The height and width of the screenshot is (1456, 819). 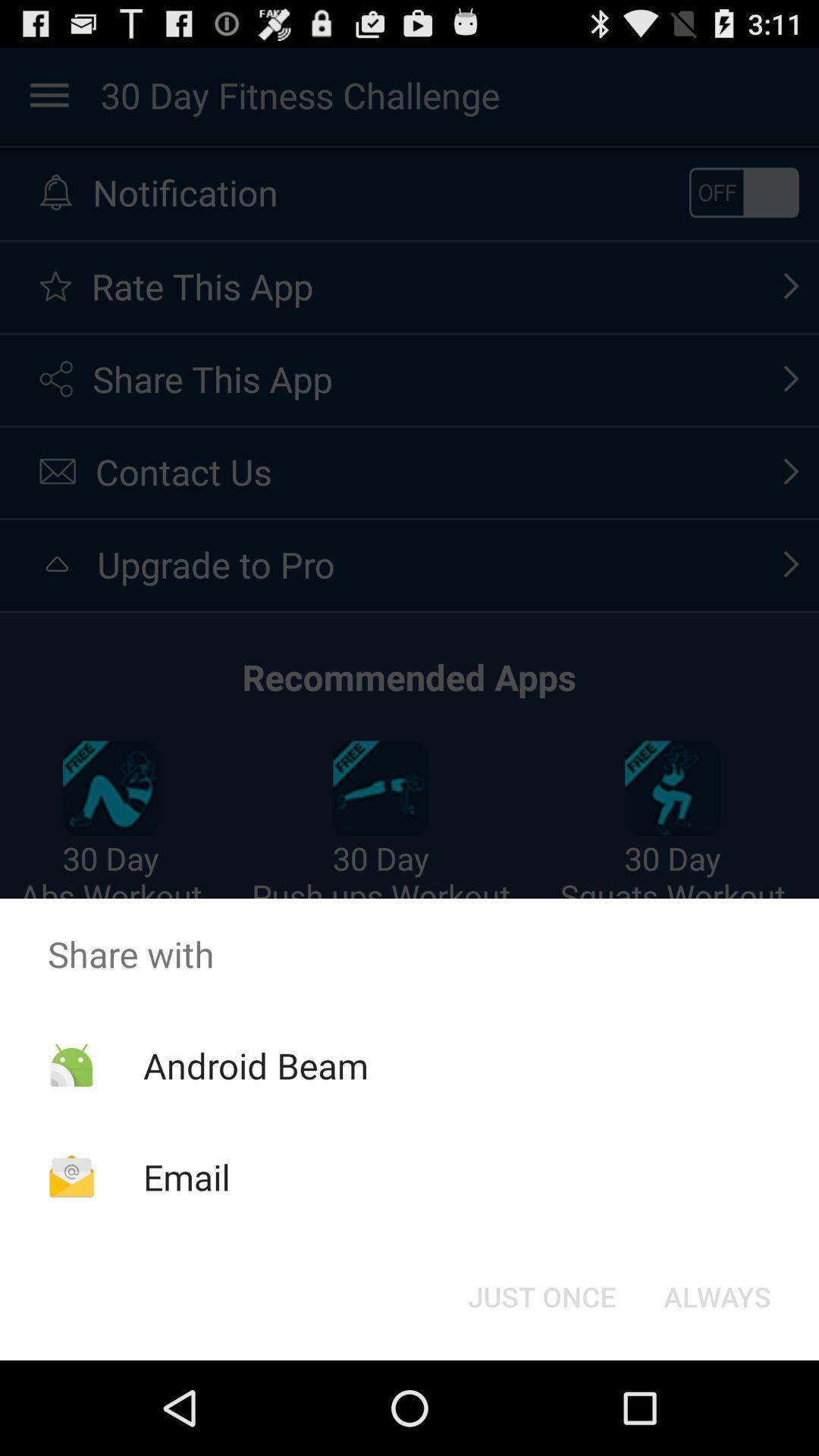 I want to click on the icon to the left of the always item, so click(x=541, y=1295).